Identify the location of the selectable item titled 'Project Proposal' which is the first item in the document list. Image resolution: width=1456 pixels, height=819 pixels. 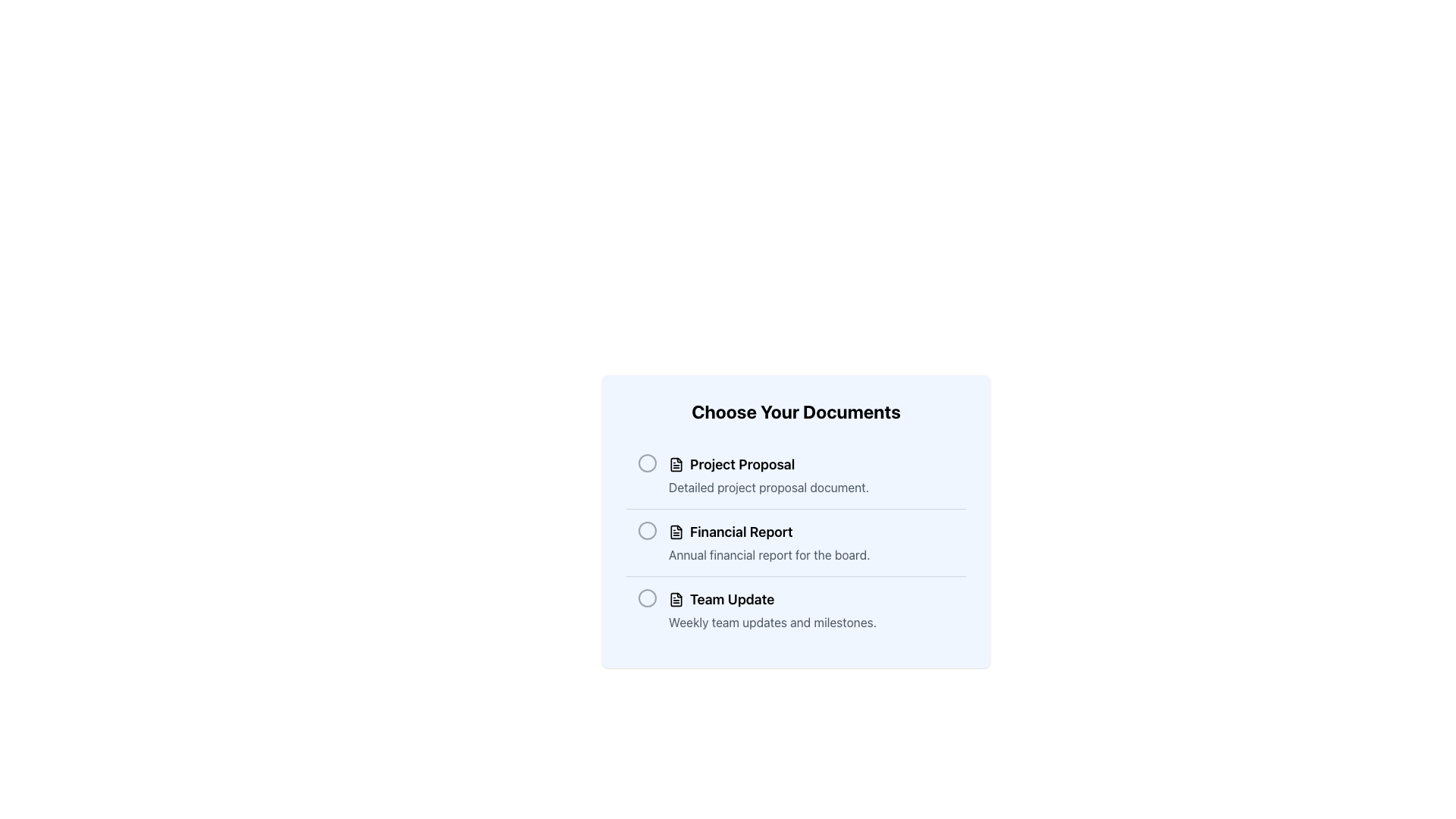
(795, 475).